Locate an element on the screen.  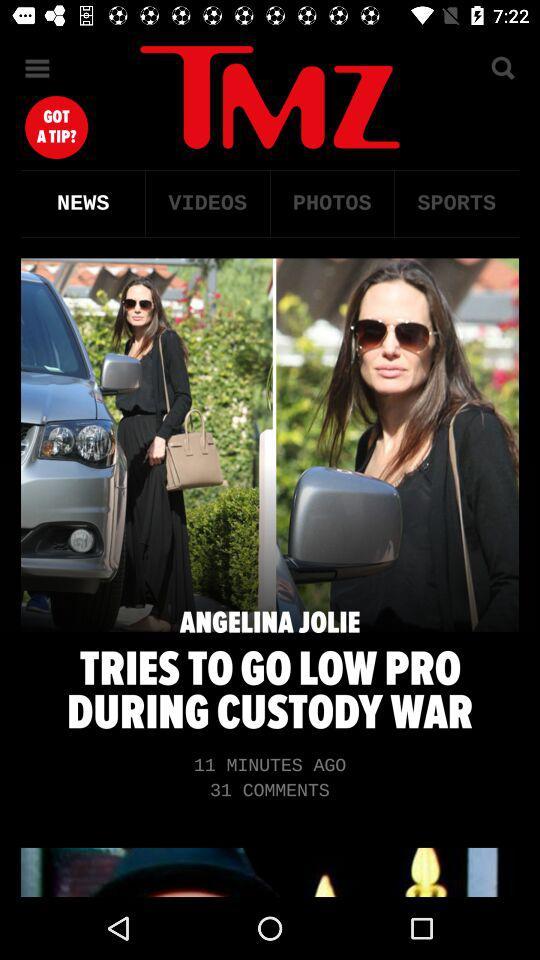
serttings is located at coordinates (37, 68).